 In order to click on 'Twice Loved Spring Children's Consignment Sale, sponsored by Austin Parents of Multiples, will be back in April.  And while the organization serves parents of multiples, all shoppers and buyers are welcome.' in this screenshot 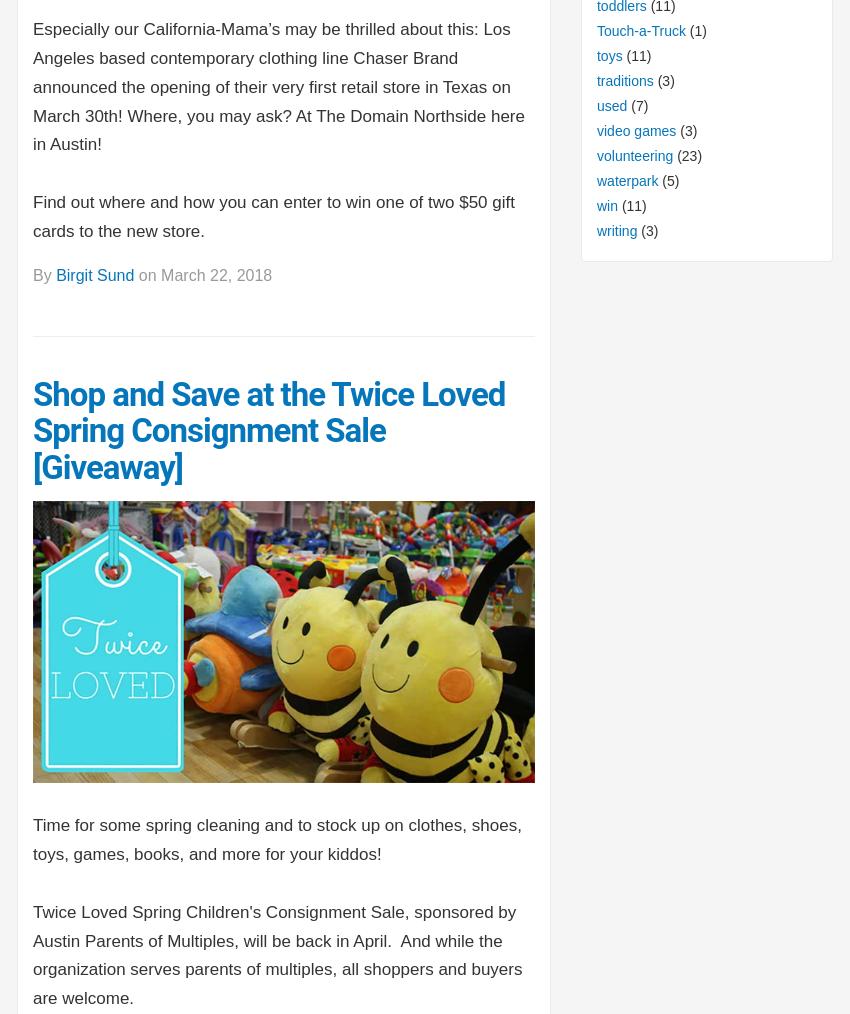, I will do `click(276, 954)`.